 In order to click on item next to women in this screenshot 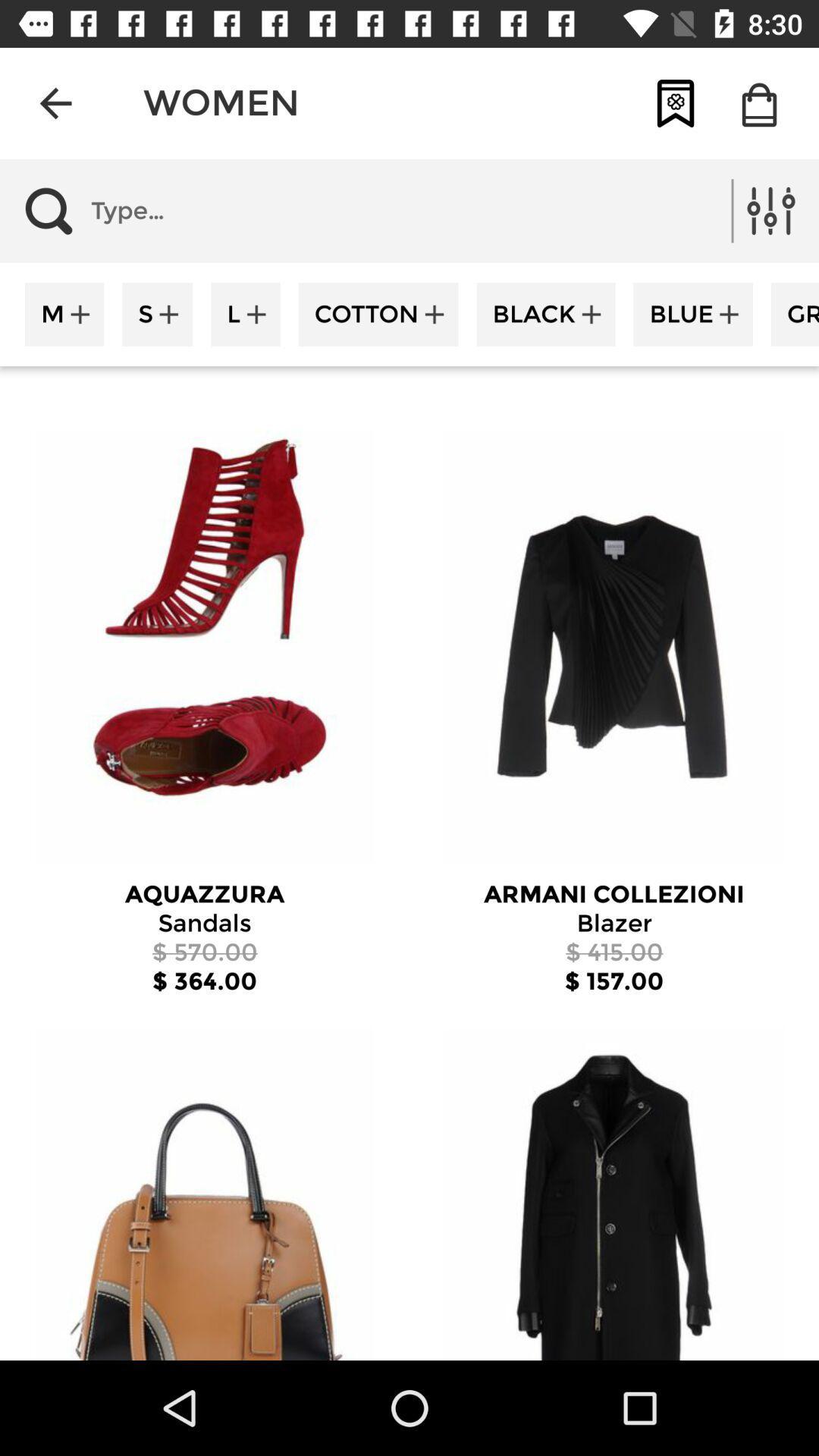, I will do `click(675, 102)`.